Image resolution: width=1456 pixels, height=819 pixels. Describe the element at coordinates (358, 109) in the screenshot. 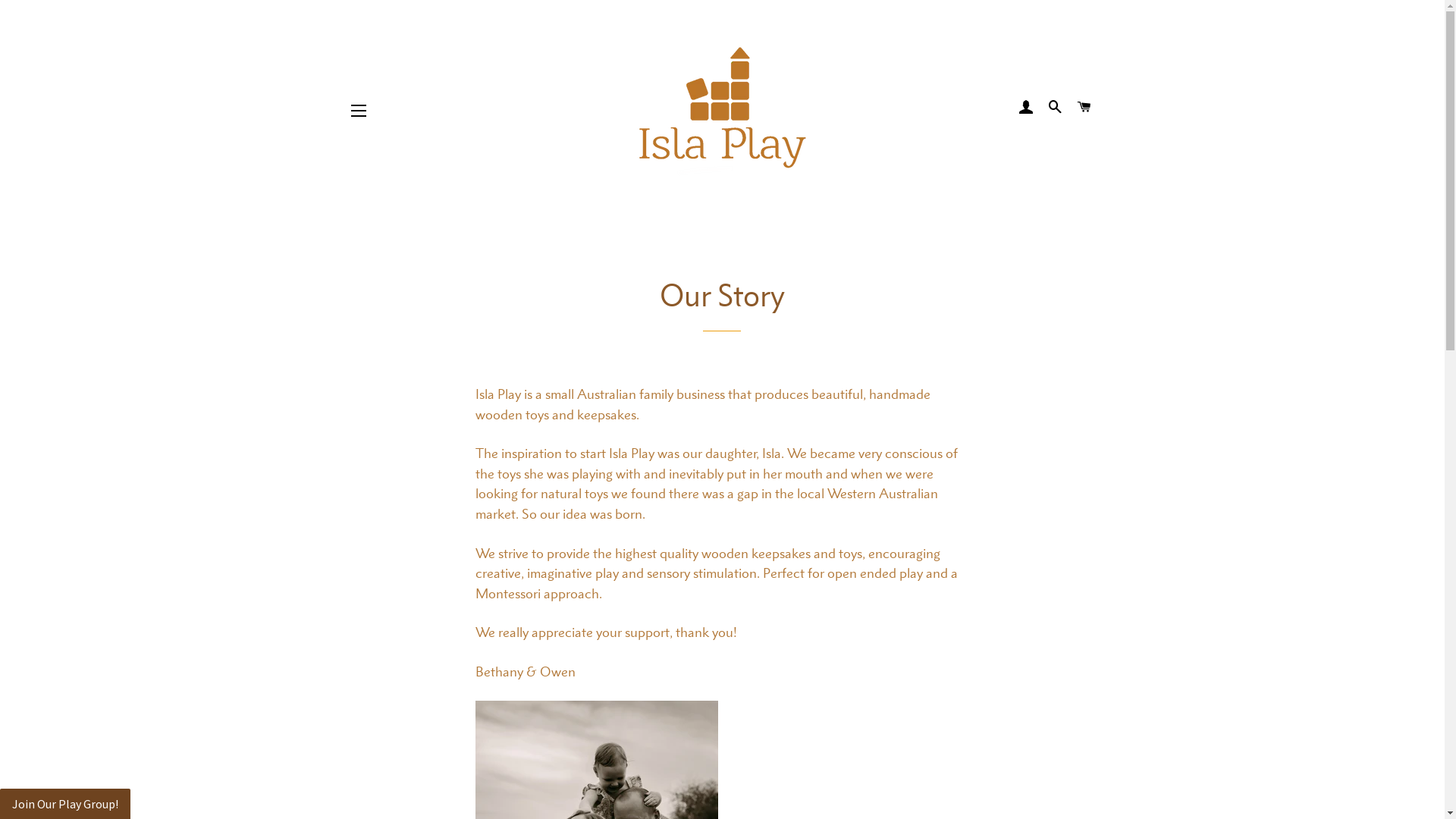

I see `'SITE NAVIGATION'` at that location.